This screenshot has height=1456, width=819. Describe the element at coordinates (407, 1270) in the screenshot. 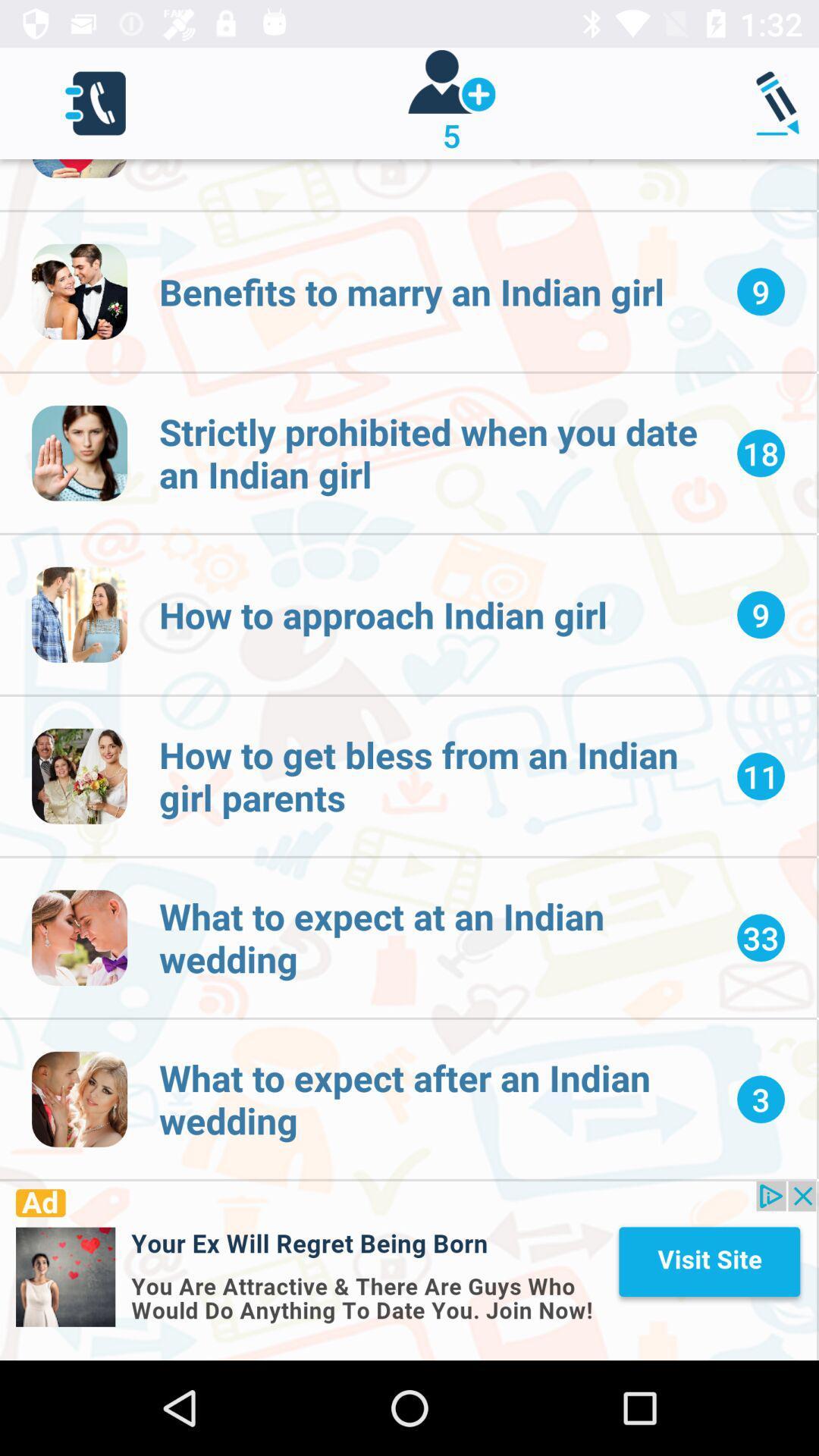

I see `advertisement click` at that location.